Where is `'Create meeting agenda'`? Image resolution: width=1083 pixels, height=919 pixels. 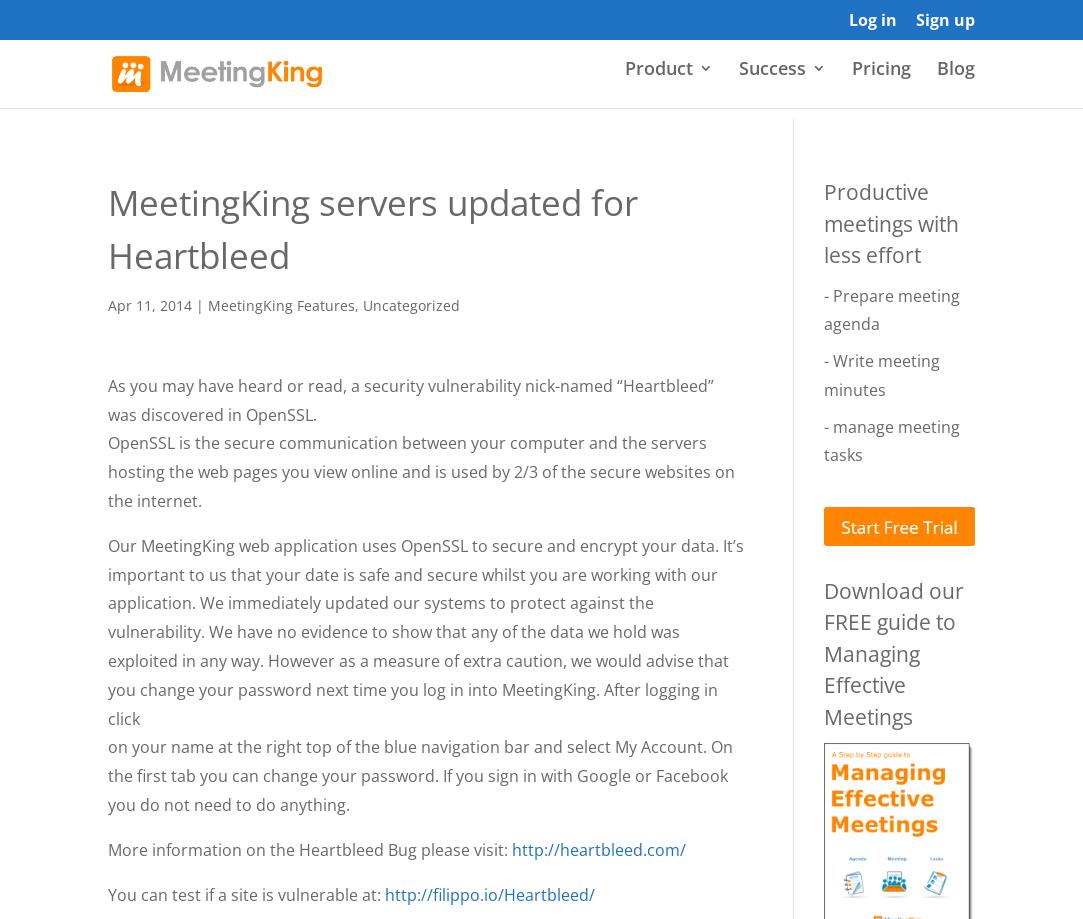 'Create meeting agenda' is located at coordinates (729, 282).